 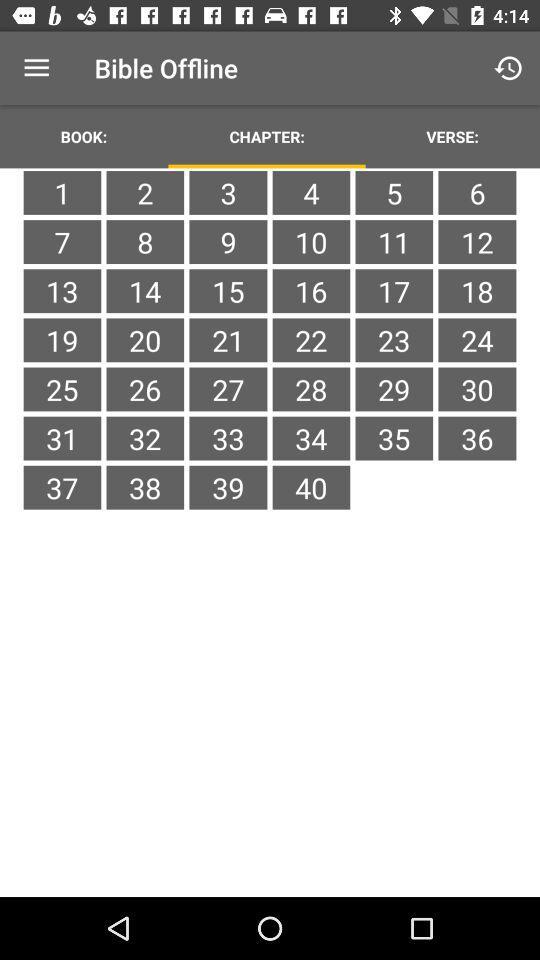 What do you see at coordinates (394, 438) in the screenshot?
I see `the 35` at bounding box center [394, 438].